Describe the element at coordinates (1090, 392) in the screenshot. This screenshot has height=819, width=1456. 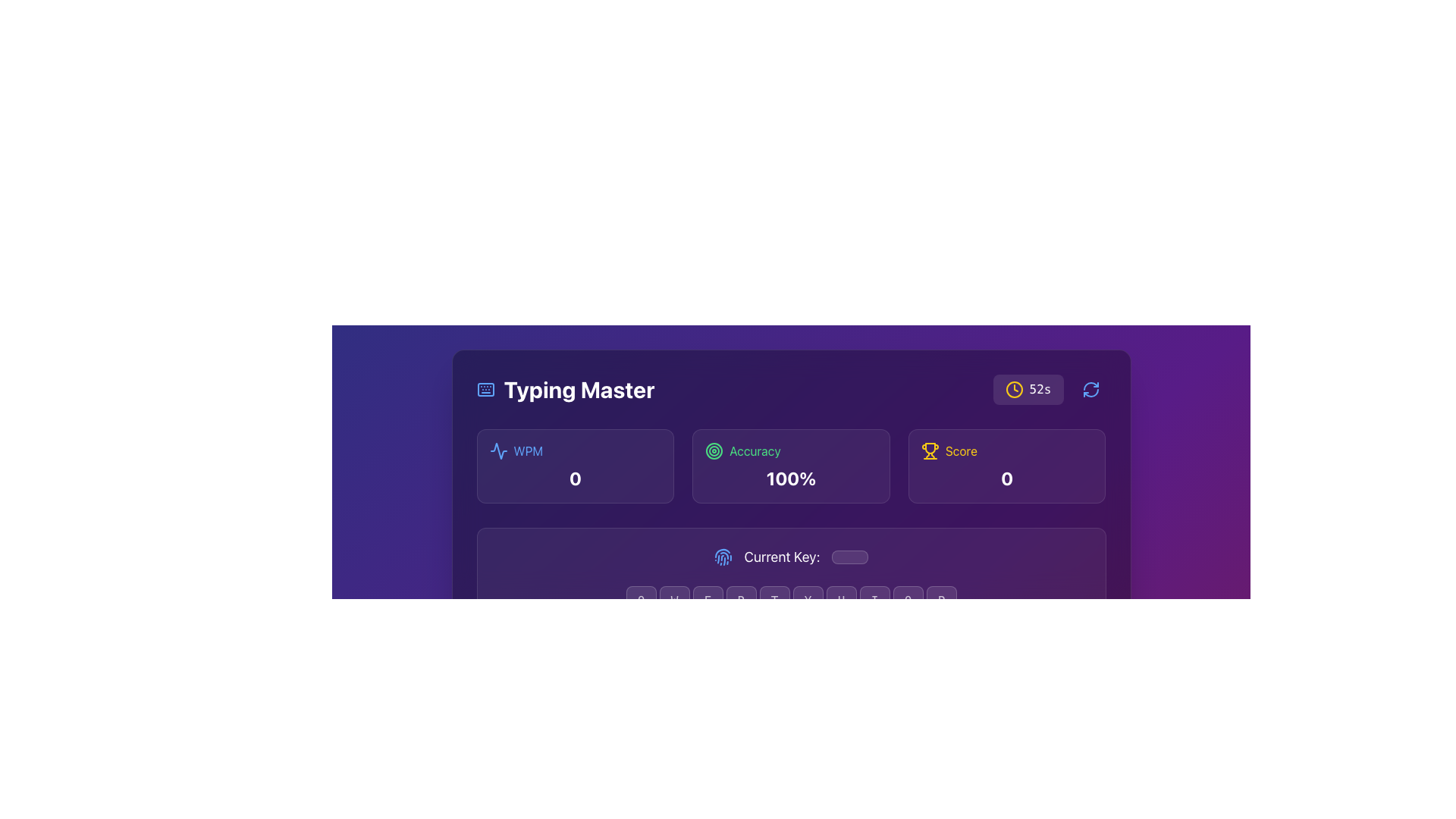
I see `the third segment of the refresh icon located at the top-right corner of the user interface, adjacent to the timer display` at that location.